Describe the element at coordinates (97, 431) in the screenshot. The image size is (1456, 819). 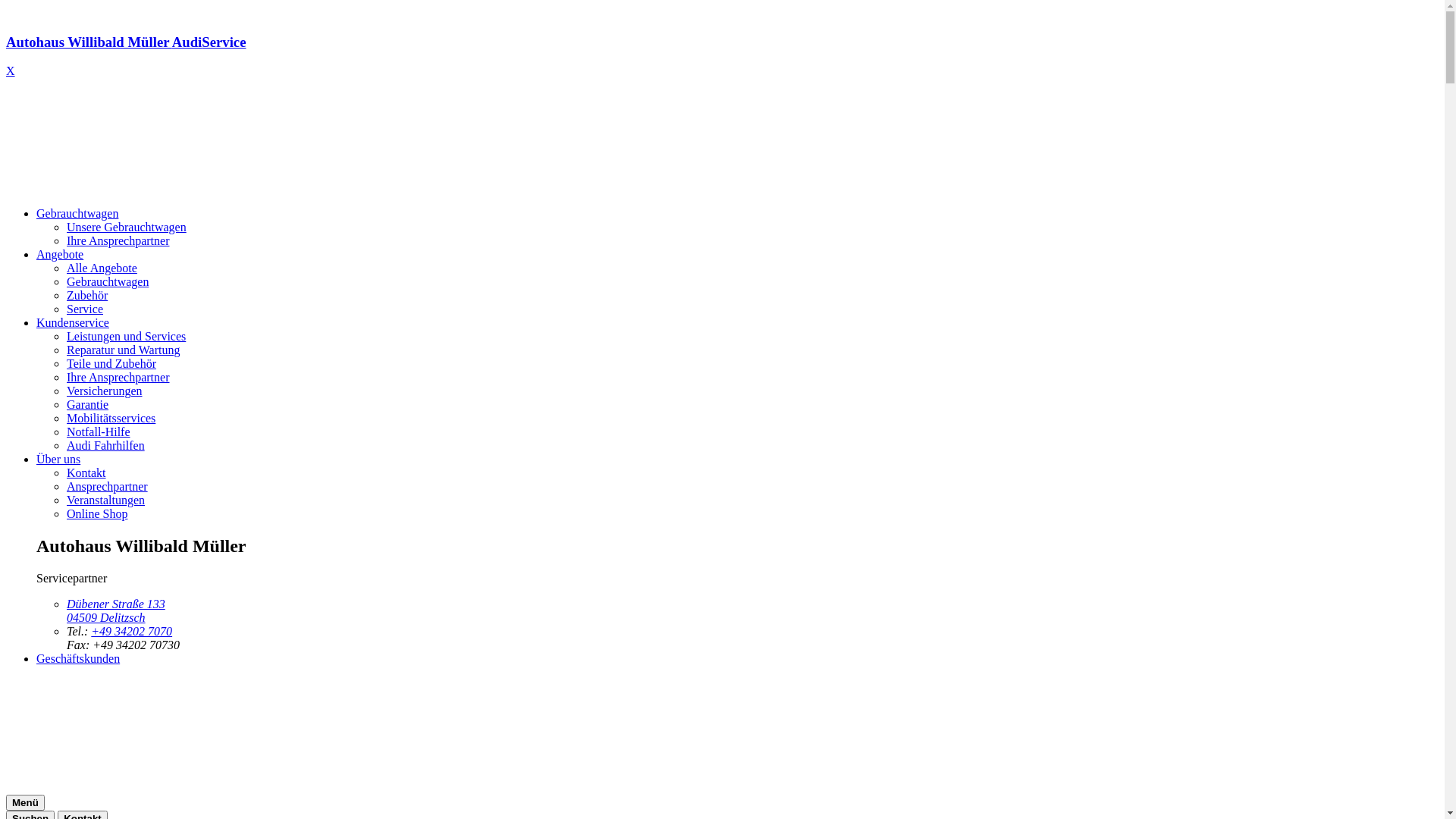
I see `'Notfall-Hilfe'` at that location.